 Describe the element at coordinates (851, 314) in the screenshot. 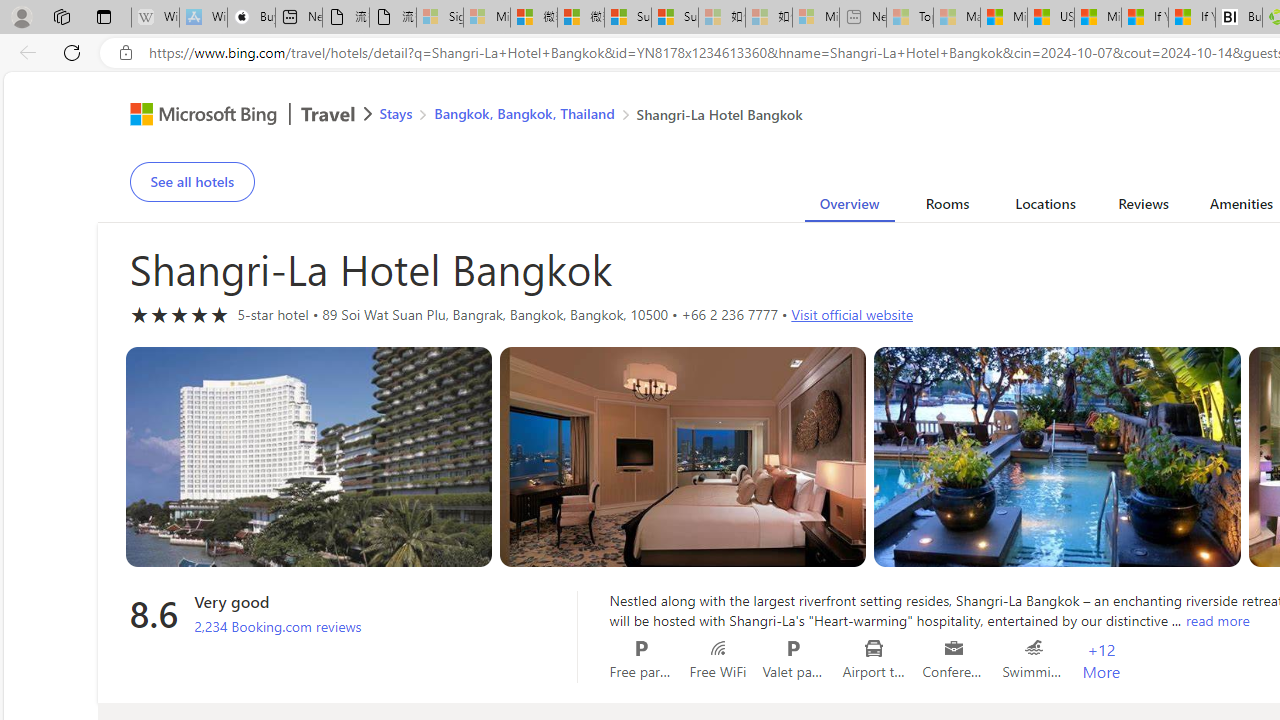

I see `'Visit official website'` at that location.